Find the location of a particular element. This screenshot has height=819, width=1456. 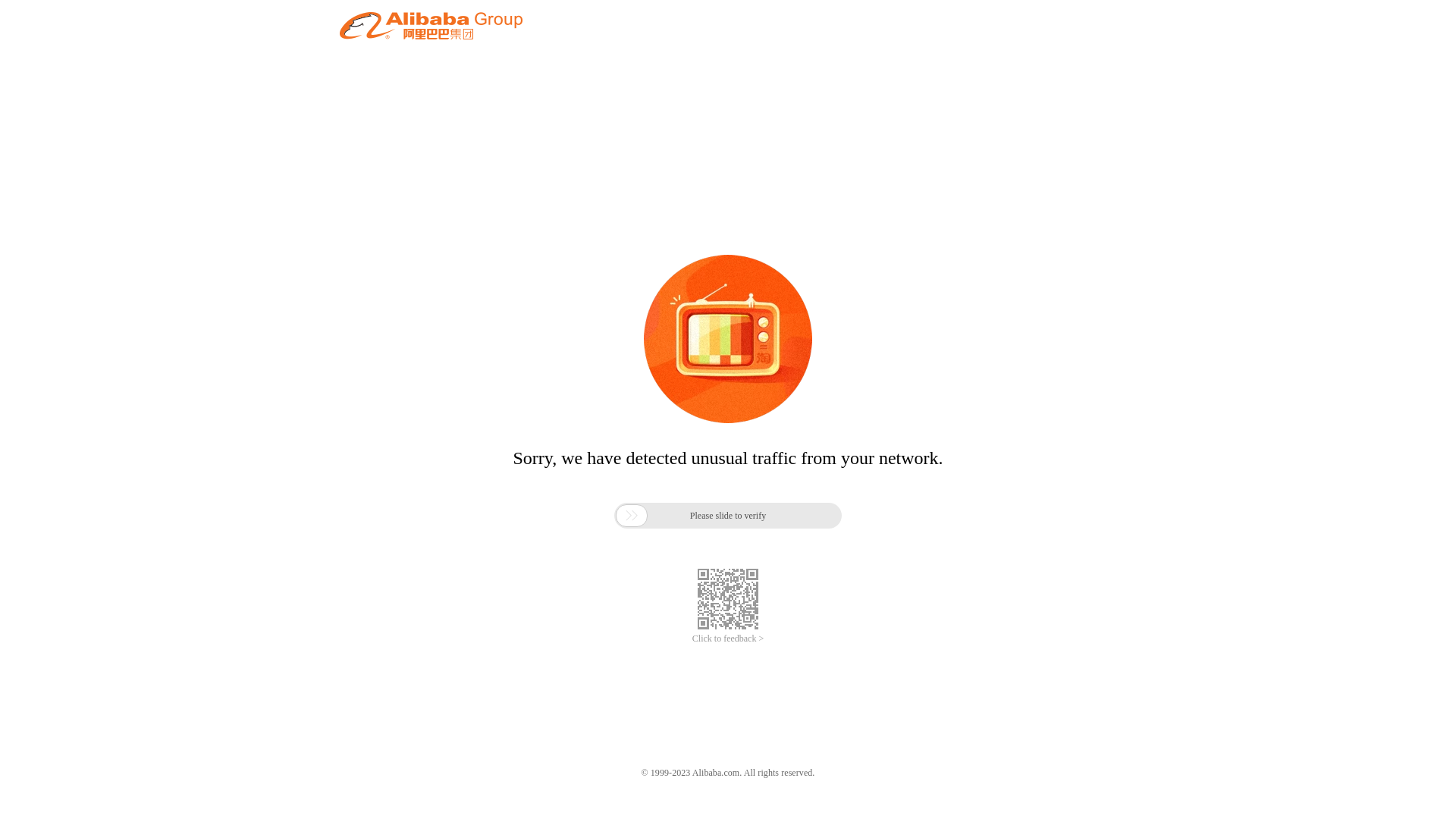

'Click to feedback >' is located at coordinates (728, 639).